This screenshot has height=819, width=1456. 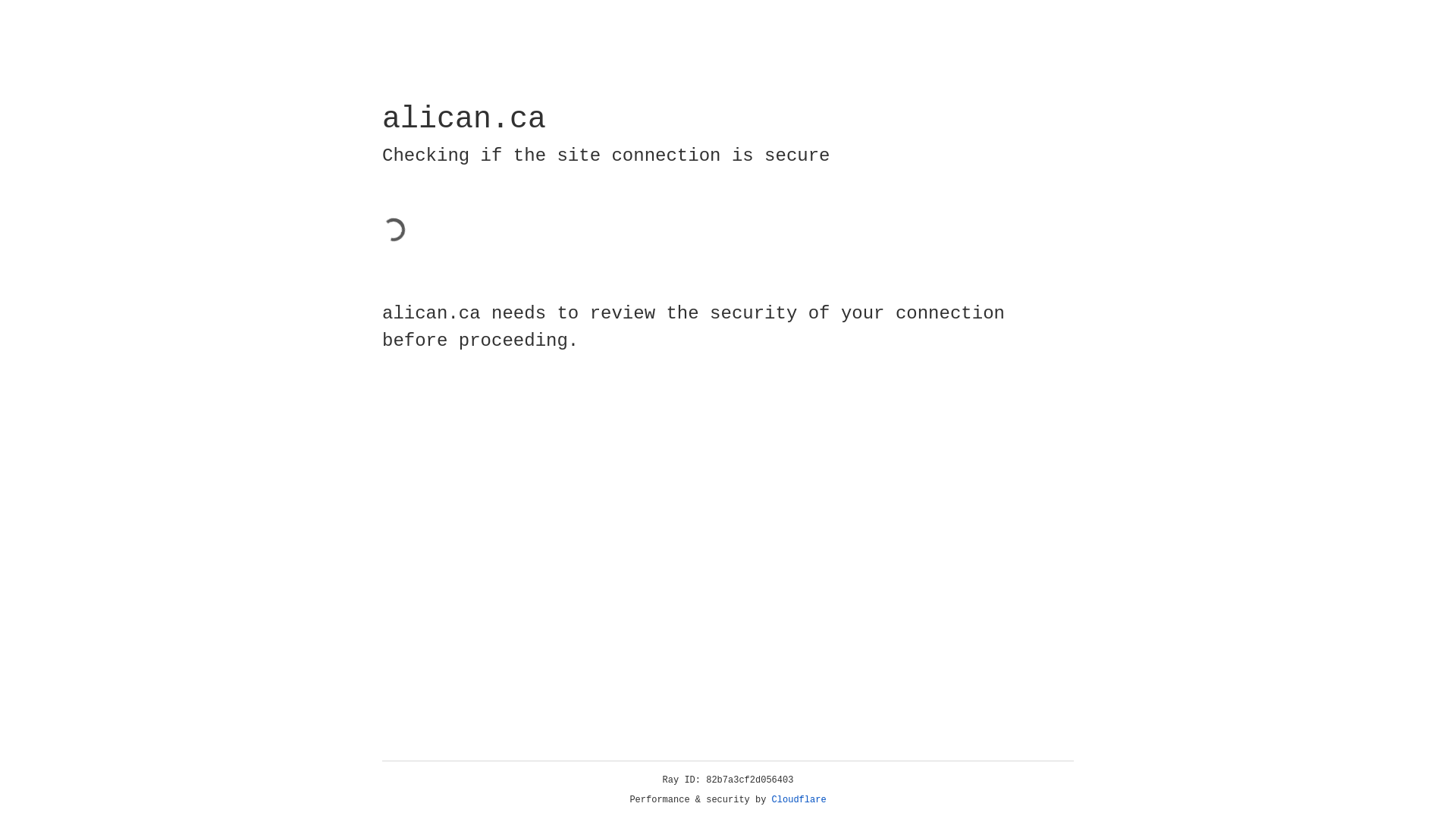 What do you see at coordinates (799, 799) in the screenshot?
I see `'Cloudflare'` at bounding box center [799, 799].